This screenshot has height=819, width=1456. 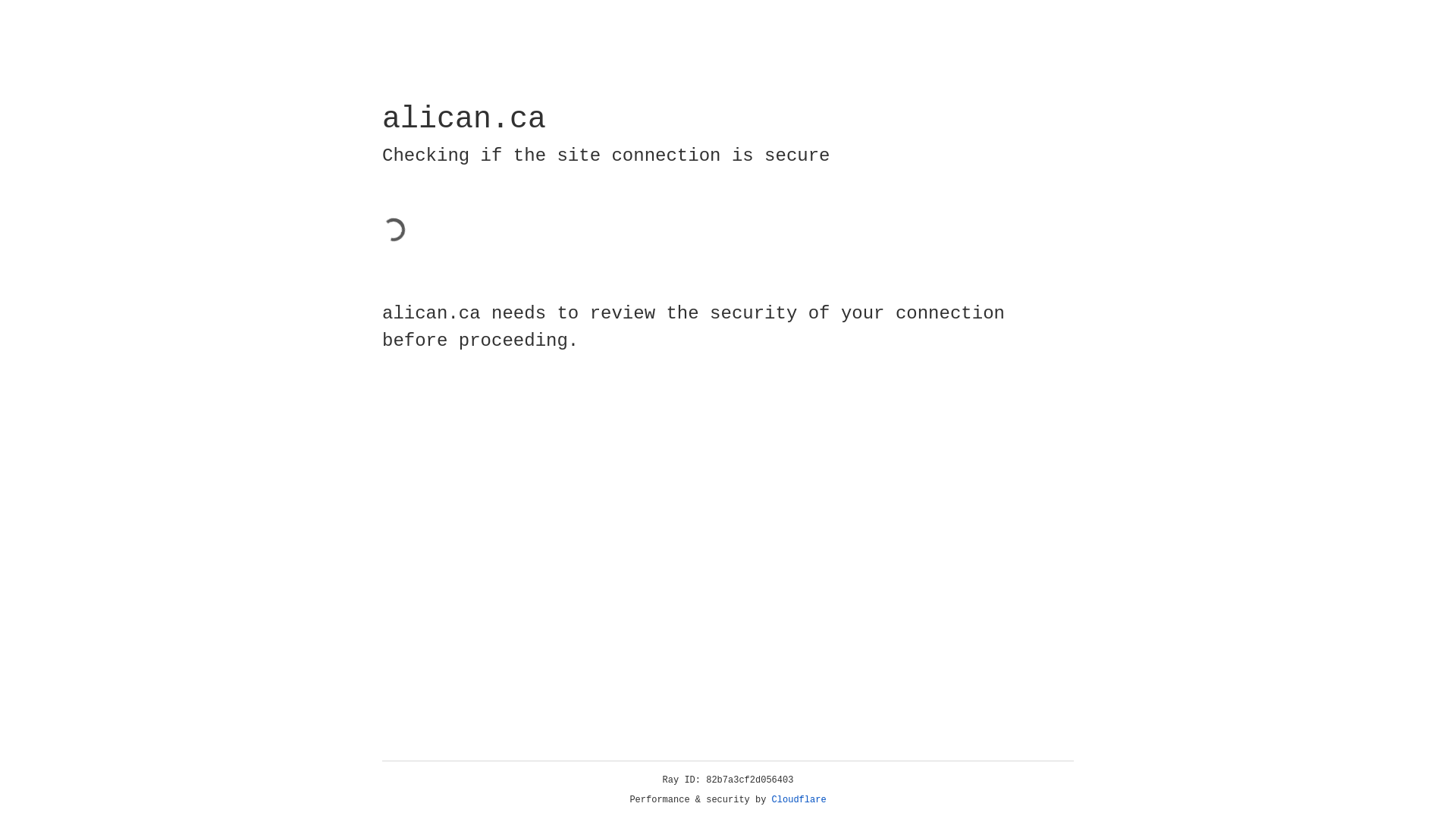 What do you see at coordinates (799, 799) in the screenshot?
I see `'Cloudflare'` at bounding box center [799, 799].